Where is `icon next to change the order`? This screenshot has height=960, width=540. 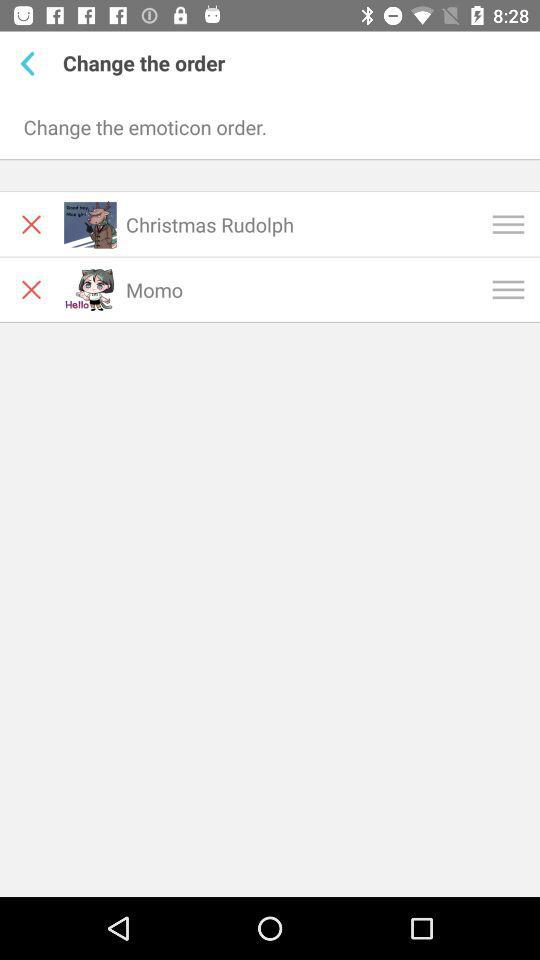
icon next to change the order is located at coordinates (30, 63).